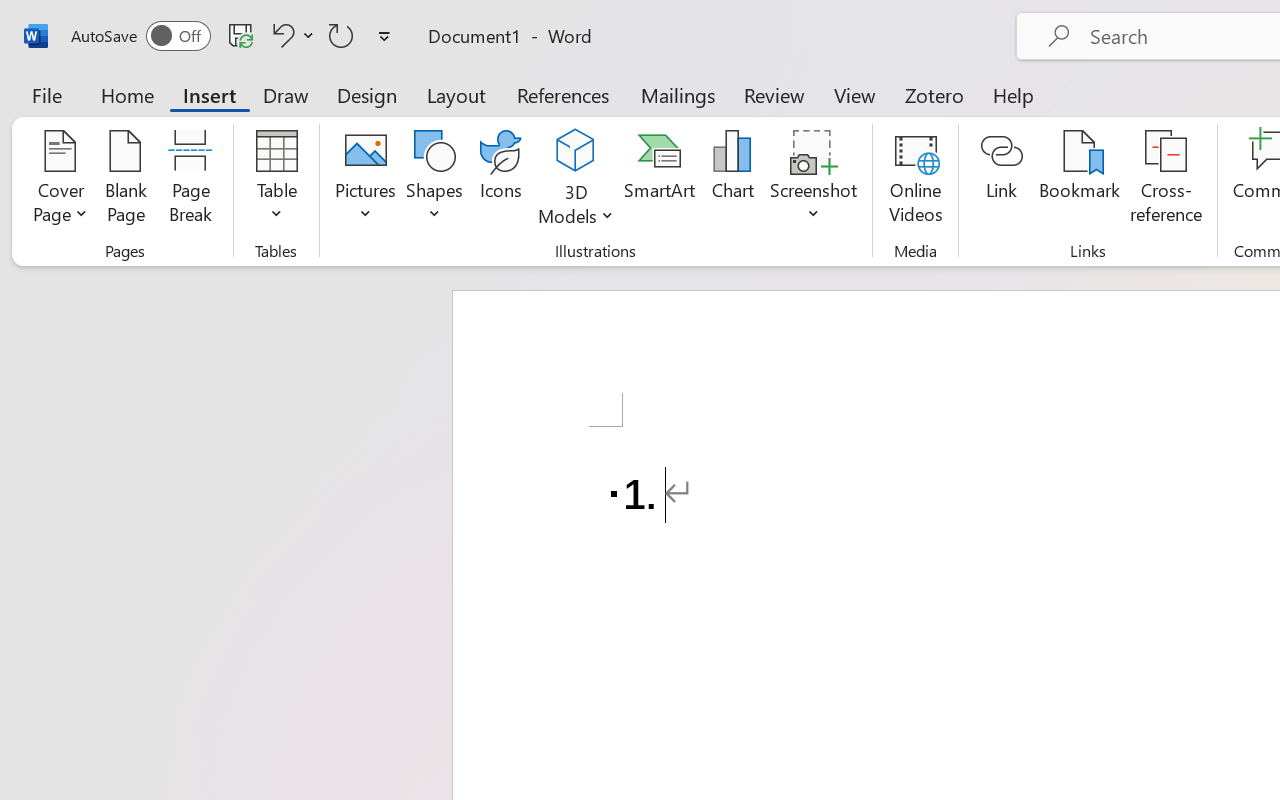  I want to click on 'Shapes', so click(434, 179).